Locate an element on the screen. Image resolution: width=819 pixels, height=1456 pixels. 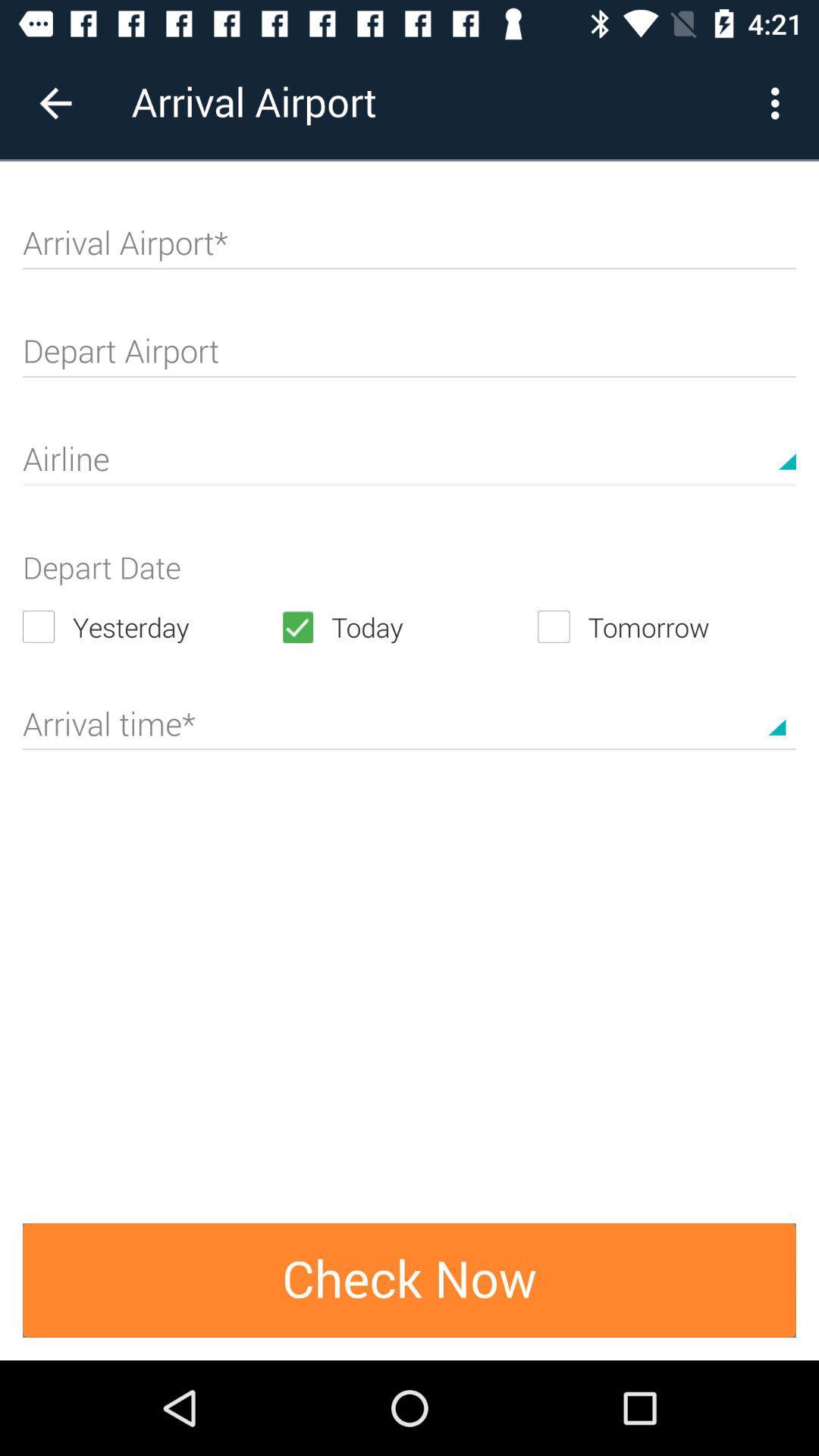
choose airline is located at coordinates (409, 465).